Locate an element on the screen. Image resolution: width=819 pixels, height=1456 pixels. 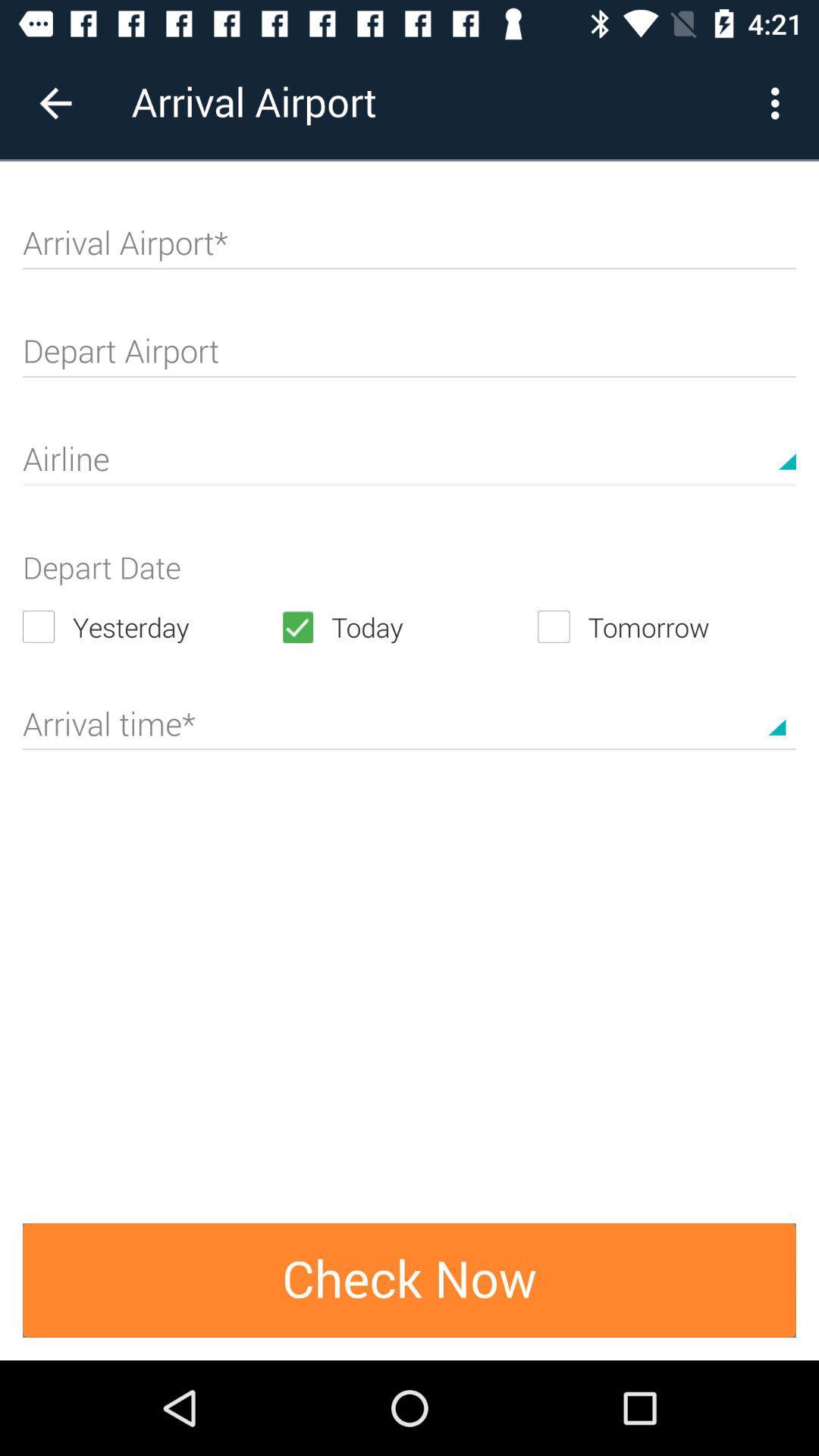
choose airline is located at coordinates (409, 465).